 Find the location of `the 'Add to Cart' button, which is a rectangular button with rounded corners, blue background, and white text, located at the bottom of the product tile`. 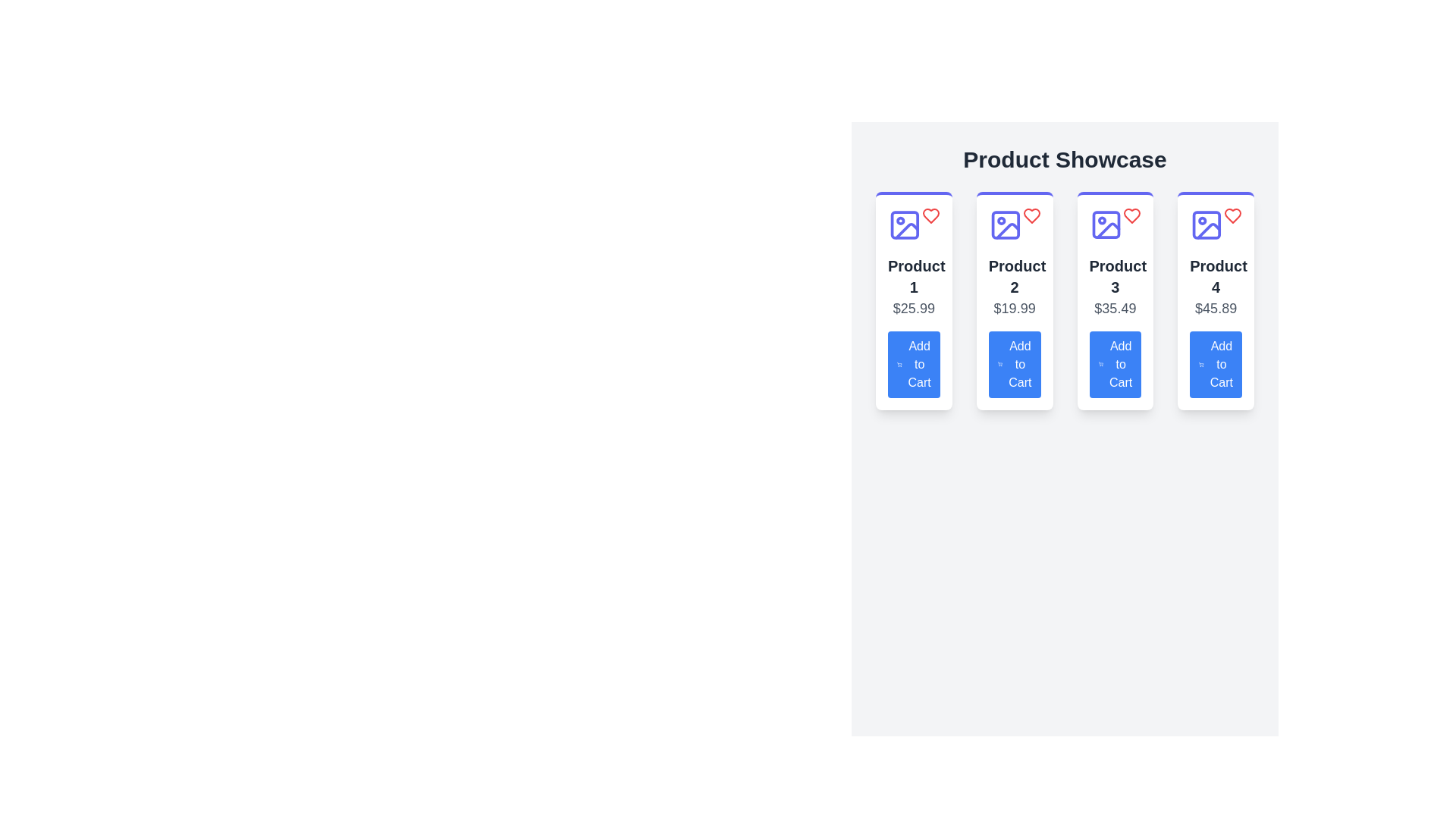

the 'Add to Cart' button, which is a rectangular button with rounded corners, blue background, and white text, located at the bottom of the product tile is located at coordinates (1216, 365).